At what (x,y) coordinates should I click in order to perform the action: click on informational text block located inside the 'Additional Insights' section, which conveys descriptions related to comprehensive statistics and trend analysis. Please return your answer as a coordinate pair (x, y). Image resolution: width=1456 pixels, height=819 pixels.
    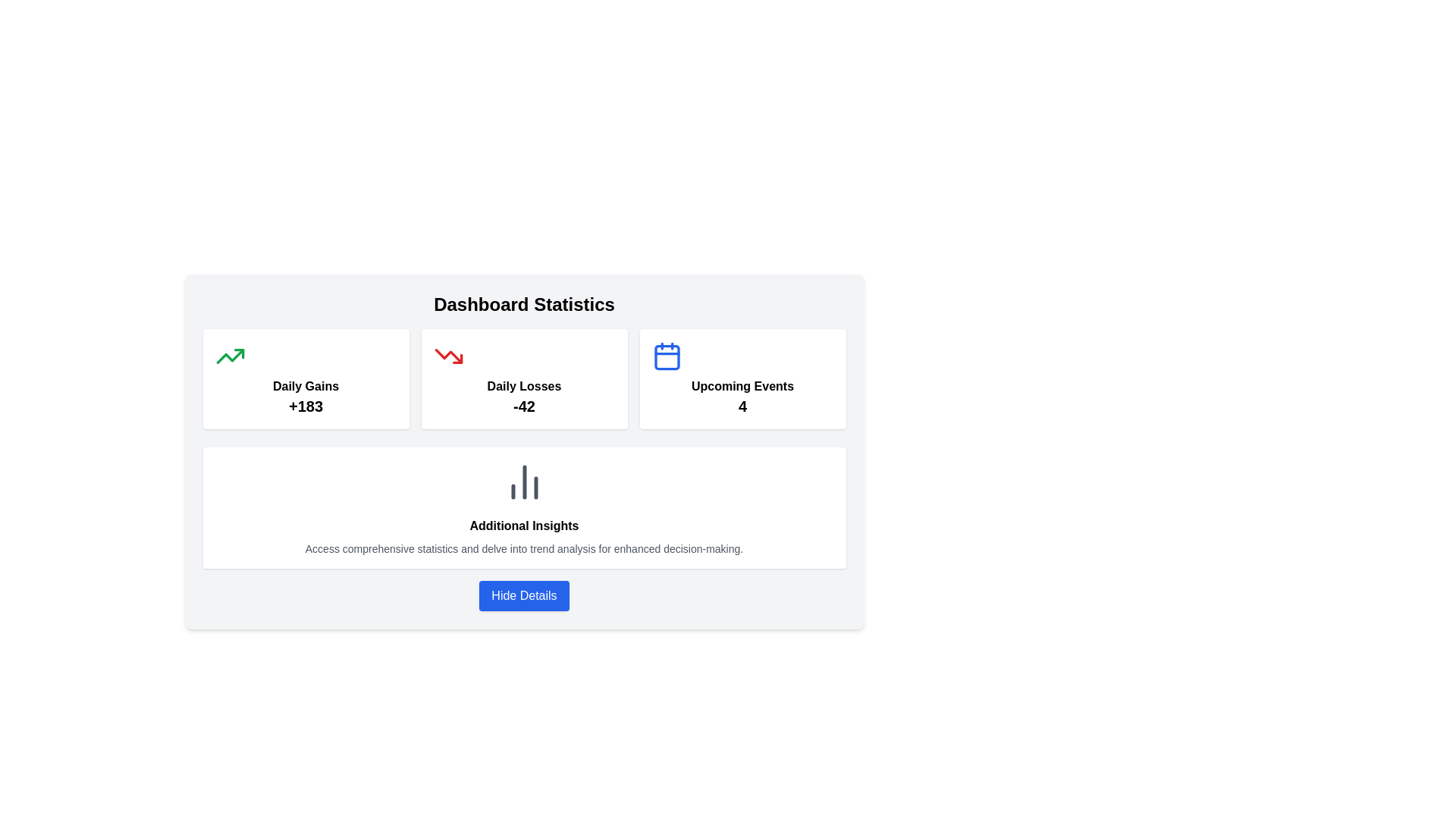
    Looking at the image, I should click on (524, 549).